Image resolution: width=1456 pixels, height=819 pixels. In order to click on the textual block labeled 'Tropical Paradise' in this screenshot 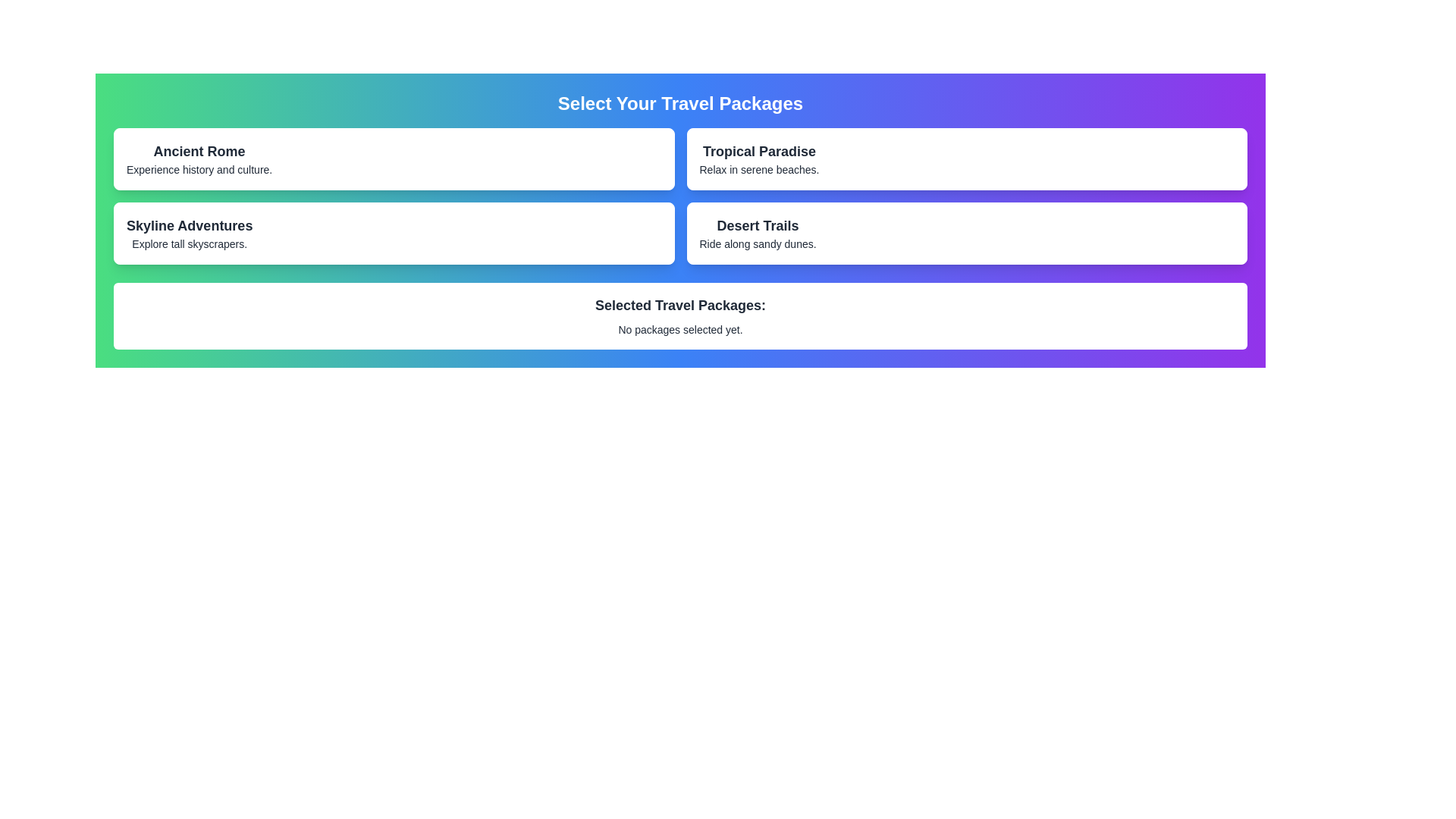, I will do `click(759, 158)`.